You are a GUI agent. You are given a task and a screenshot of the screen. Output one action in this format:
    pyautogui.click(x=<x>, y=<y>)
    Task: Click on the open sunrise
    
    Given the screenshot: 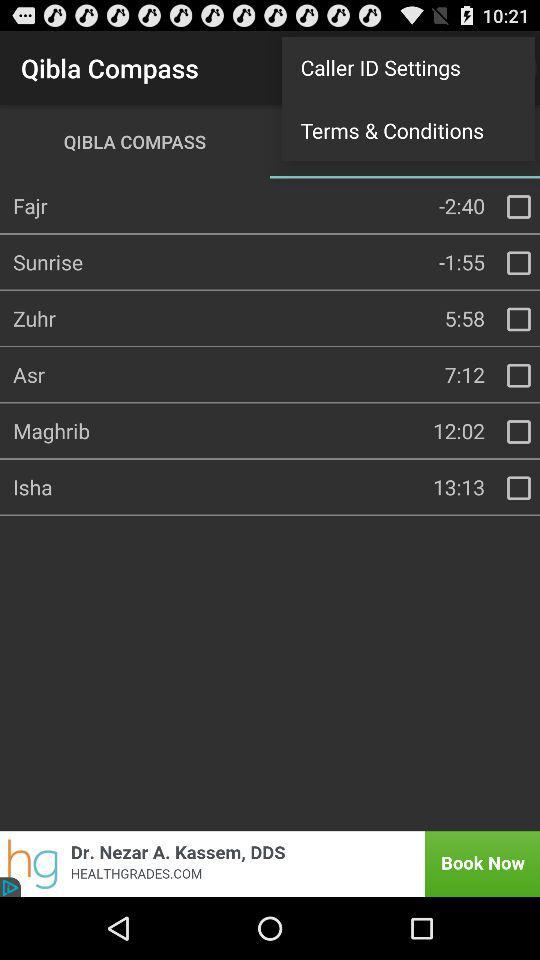 What is the action you would take?
    pyautogui.click(x=518, y=262)
    